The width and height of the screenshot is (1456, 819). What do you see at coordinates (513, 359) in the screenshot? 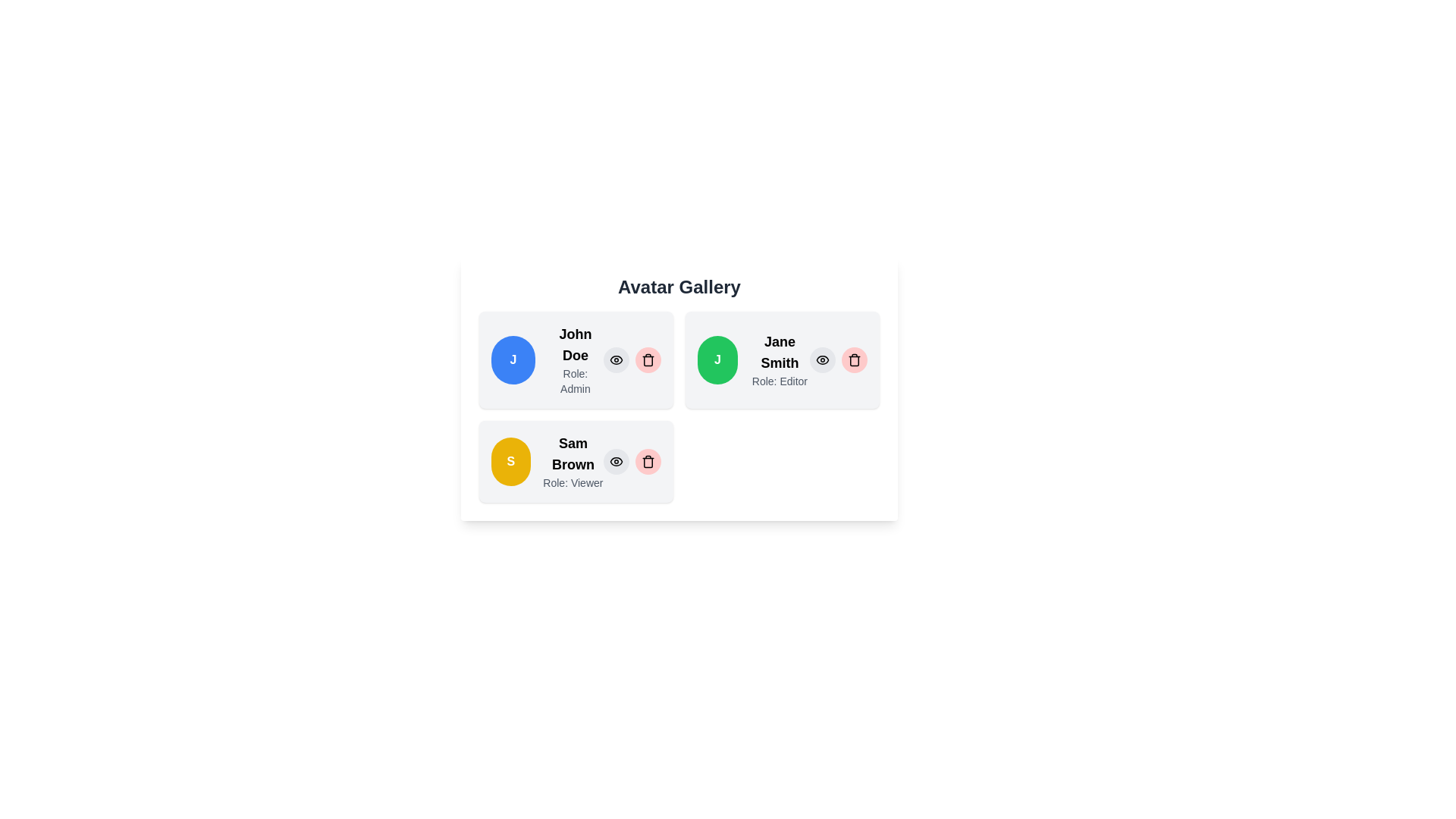
I see `the Avatar representing user 'John Doe'` at bounding box center [513, 359].